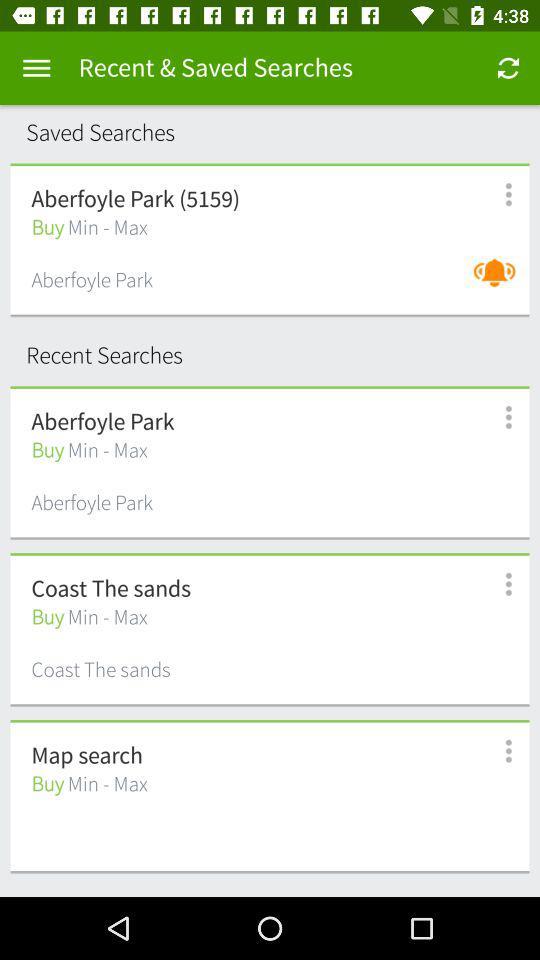  Describe the element at coordinates (498, 282) in the screenshot. I see `get notifications about property` at that location.